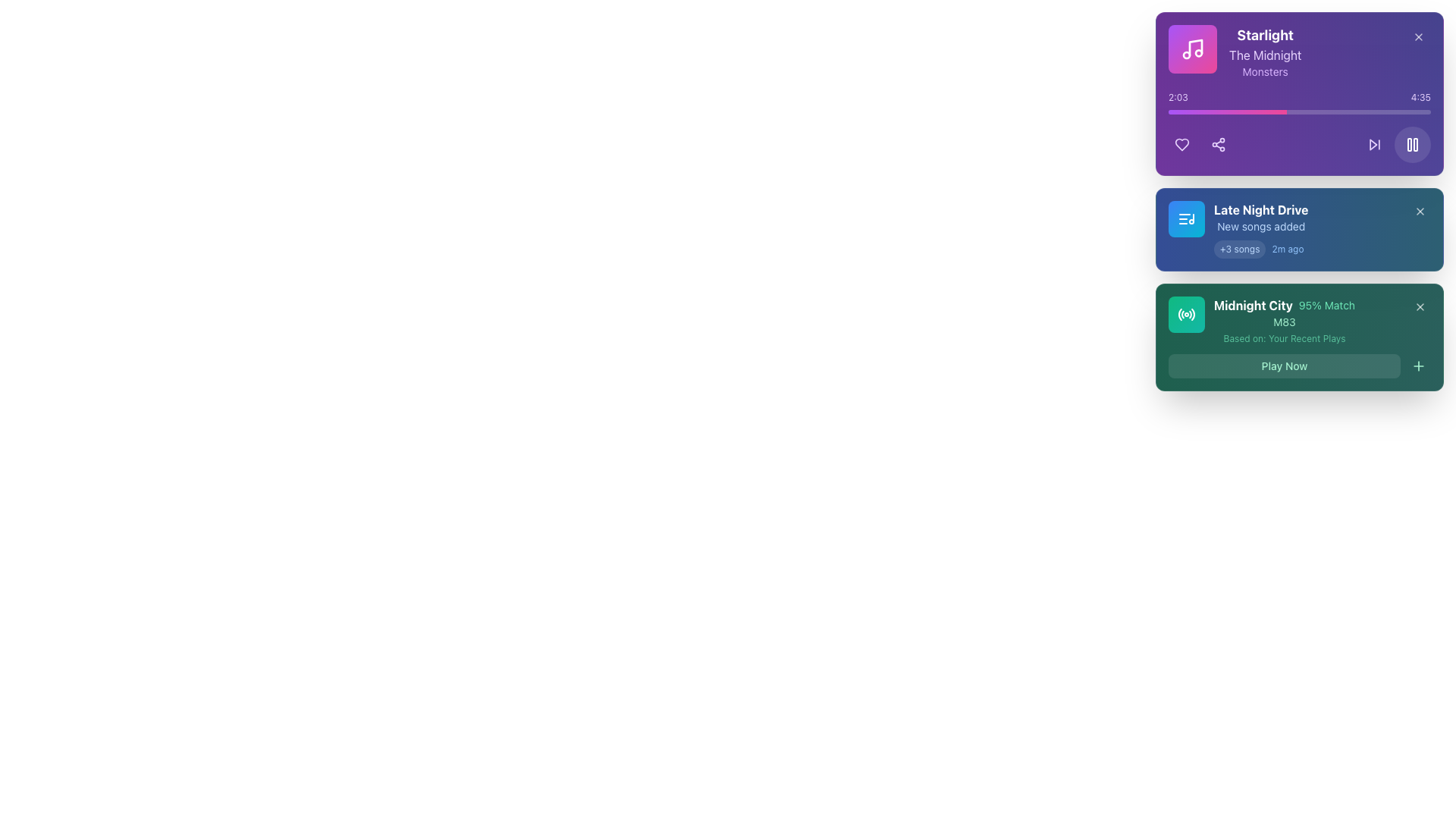  Describe the element at coordinates (1298, 320) in the screenshot. I see `the Information card that summarizes music recommendations, which is the third card in a vertical stack of music-themed cards positioned to the right of the interface` at that location.